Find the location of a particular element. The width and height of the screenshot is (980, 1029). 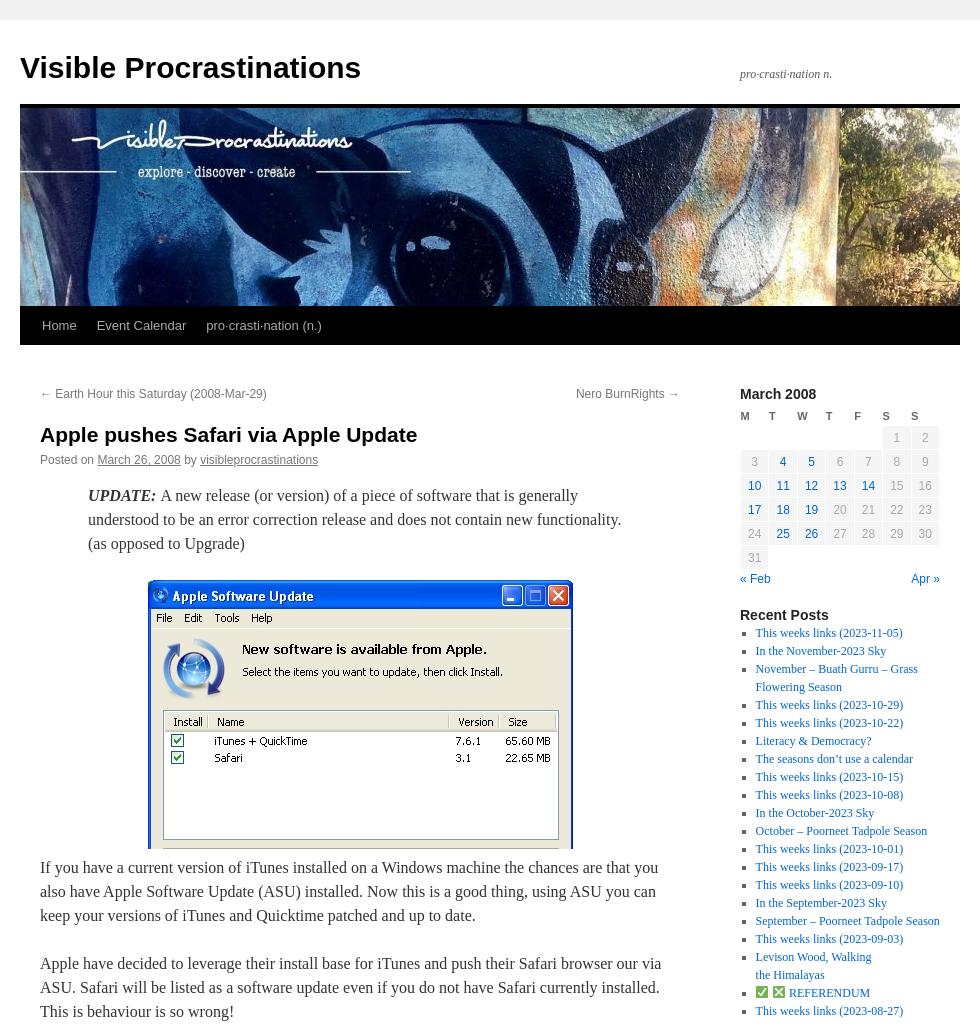

'15' is located at coordinates (896, 485).